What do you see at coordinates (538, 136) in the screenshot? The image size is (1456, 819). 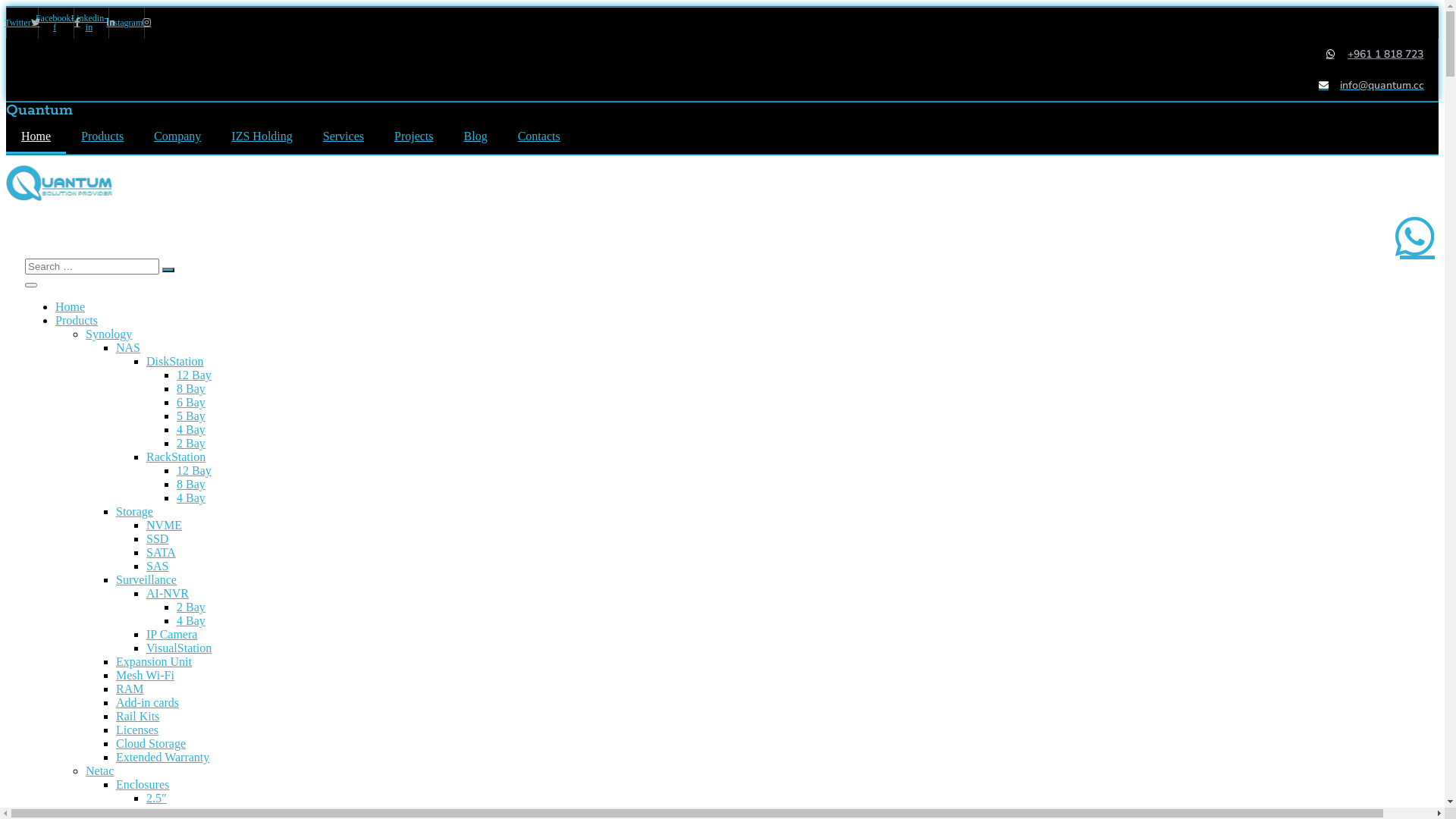 I see `'Contacts'` at bounding box center [538, 136].